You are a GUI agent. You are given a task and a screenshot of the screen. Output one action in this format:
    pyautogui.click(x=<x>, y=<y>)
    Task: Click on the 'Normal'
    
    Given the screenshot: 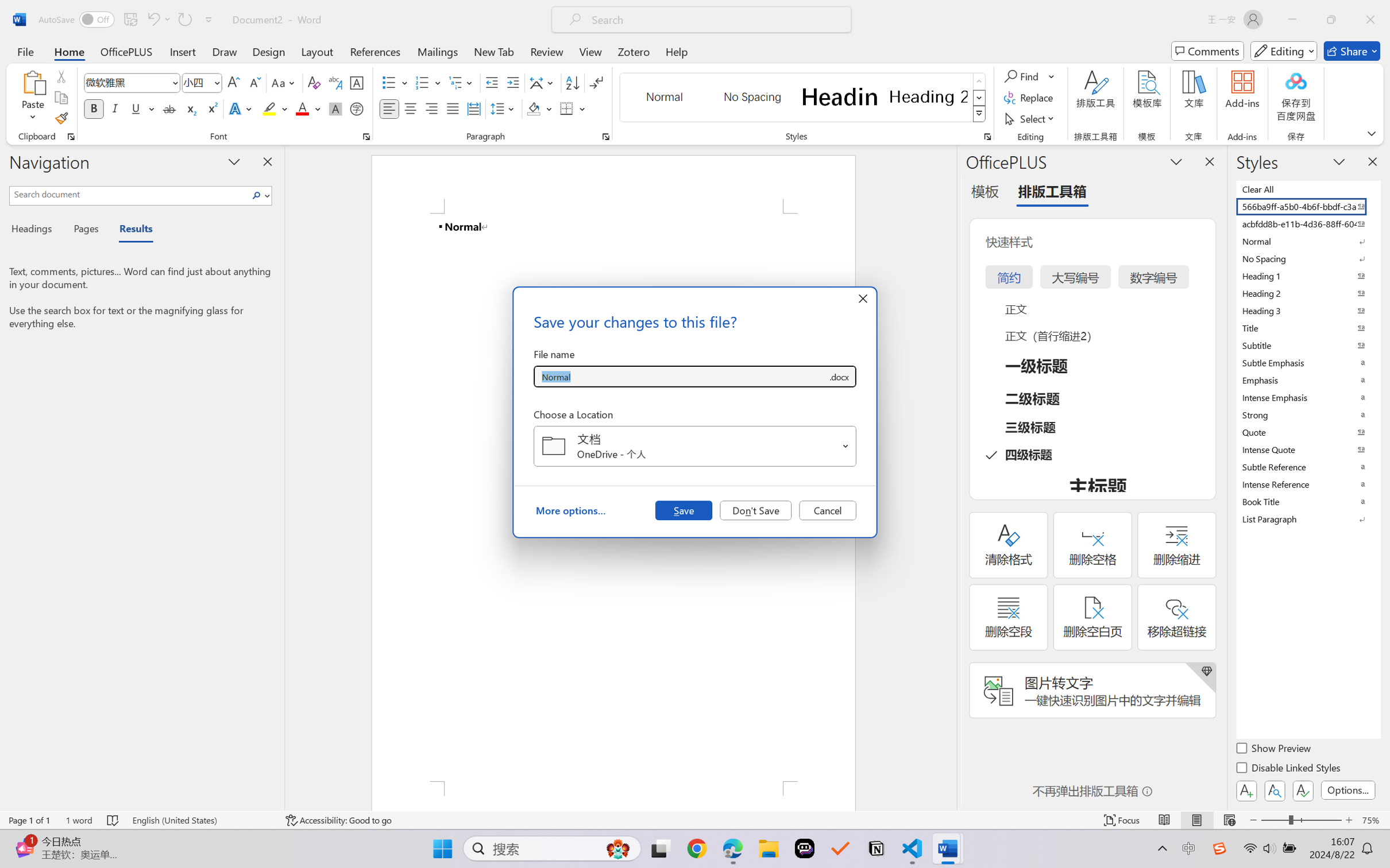 What is the action you would take?
    pyautogui.click(x=1307, y=241)
    